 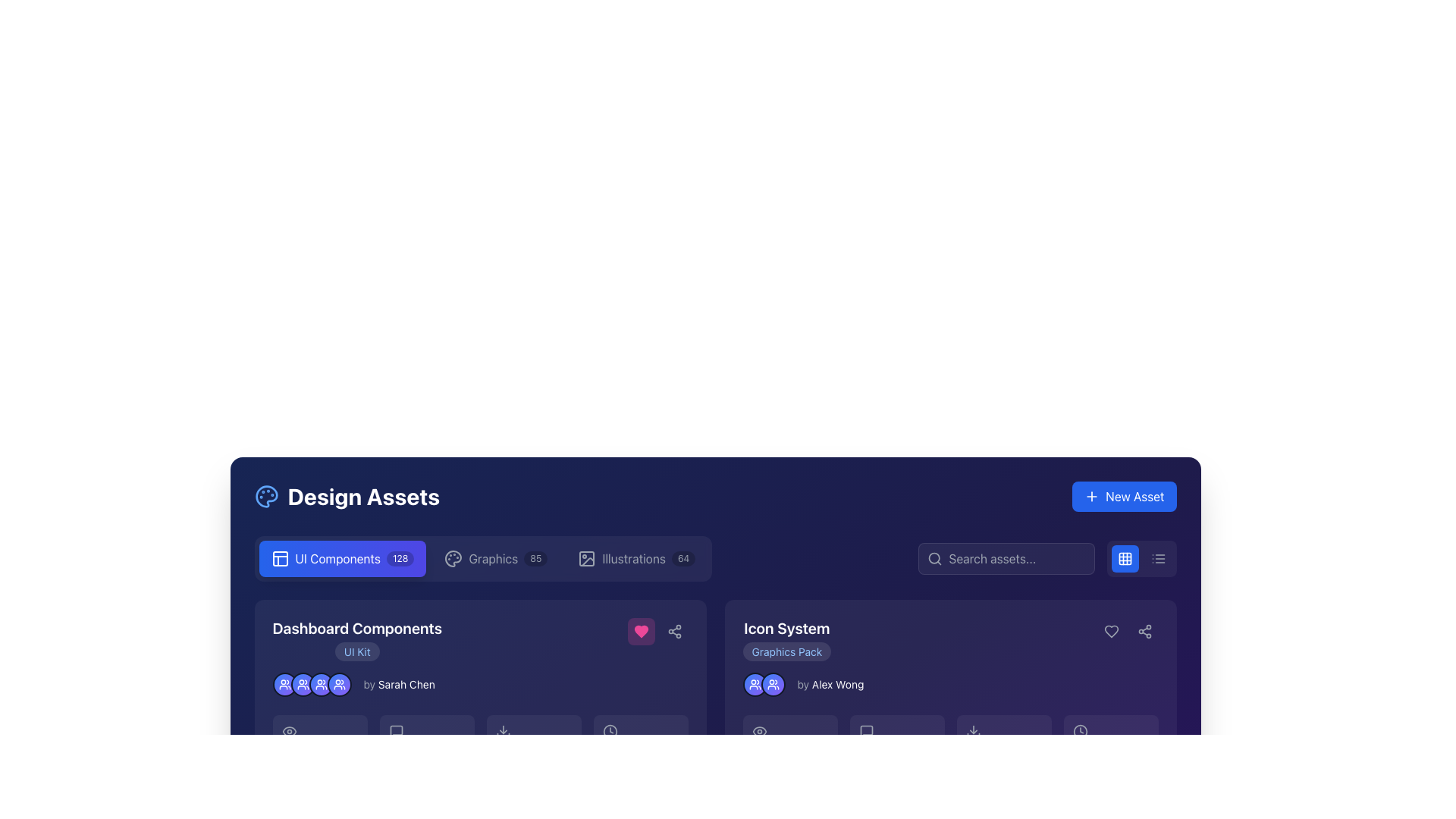 What do you see at coordinates (303, 684) in the screenshot?
I see `user group icon, which is a stylized representation of two people, located beneath the 'Dashboard Components' title, positioned within a blue circular background` at bounding box center [303, 684].